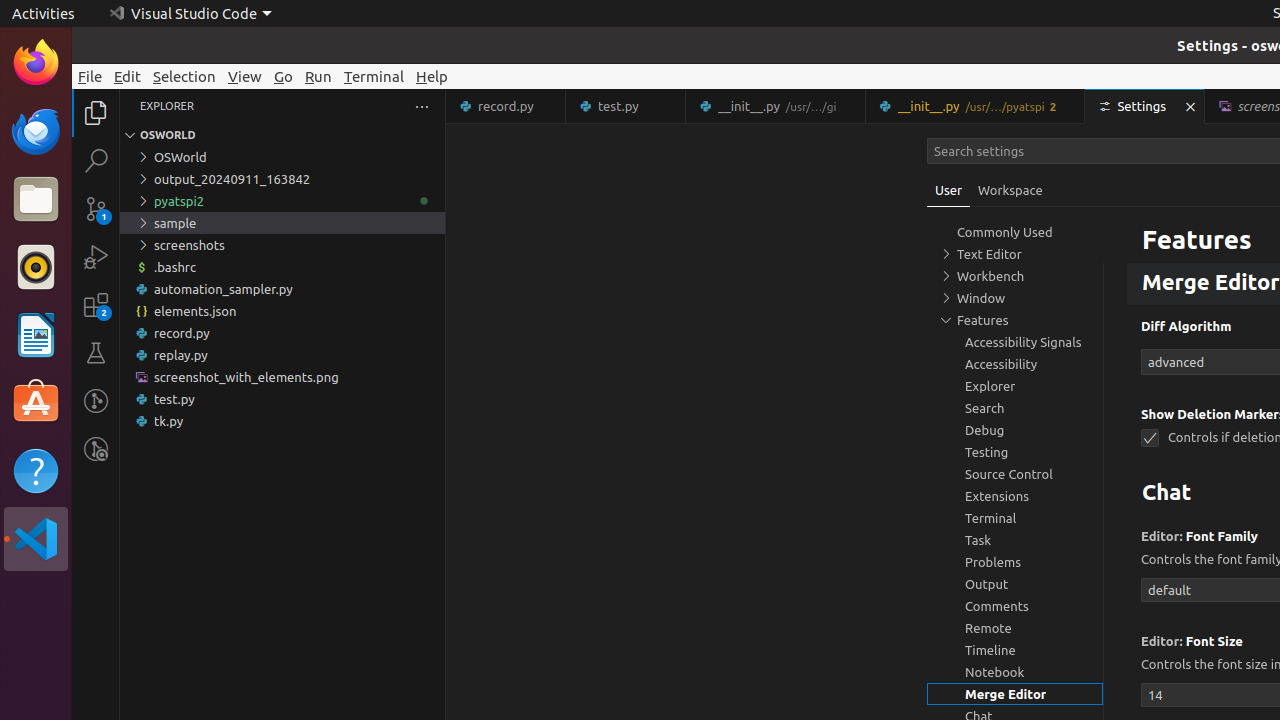  I want to click on 'Search (Ctrl+Shift+F)', so click(95, 159).